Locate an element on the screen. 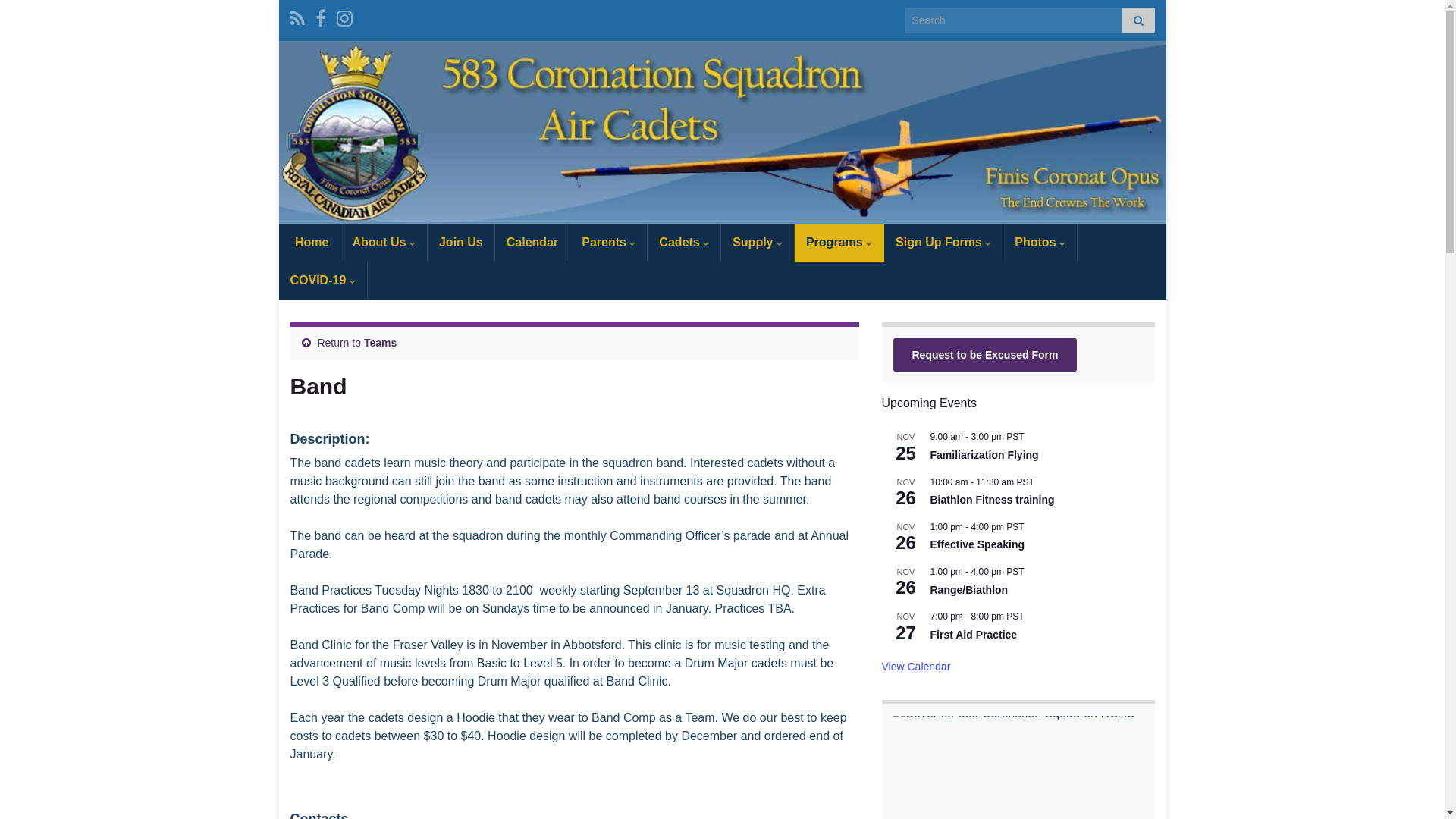 The height and width of the screenshot is (819, 1456). 'Teams' is located at coordinates (380, 342).